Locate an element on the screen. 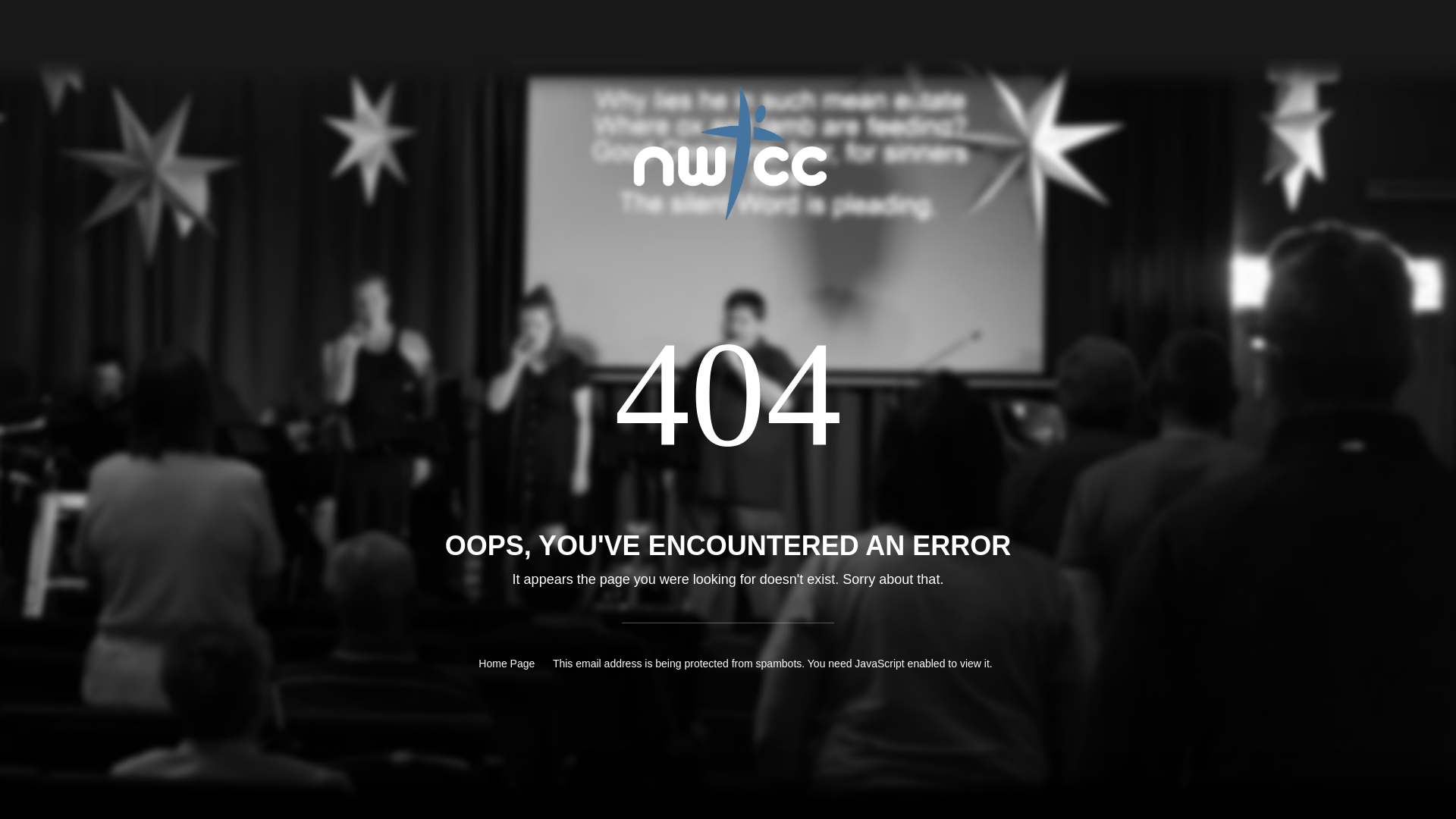  'Home Page' is located at coordinates (506, 663).